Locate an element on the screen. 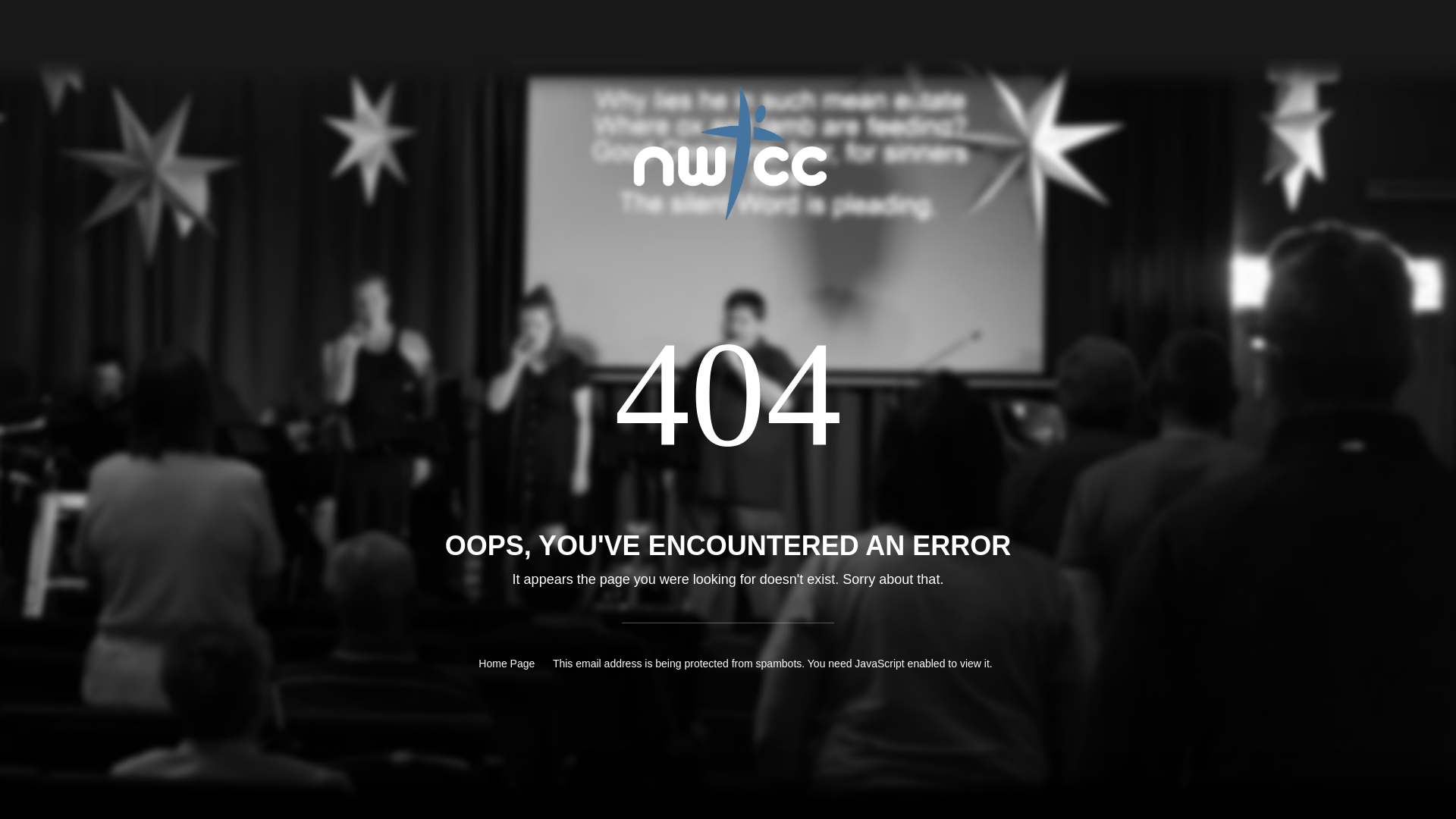  'Home Page' is located at coordinates (506, 663).